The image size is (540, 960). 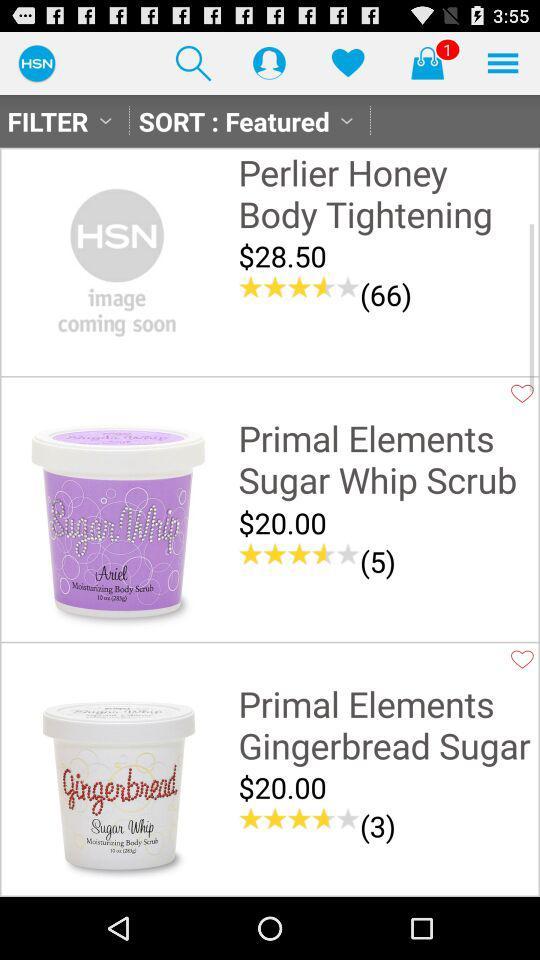 What do you see at coordinates (426, 62) in the screenshot?
I see `adding cart option` at bounding box center [426, 62].